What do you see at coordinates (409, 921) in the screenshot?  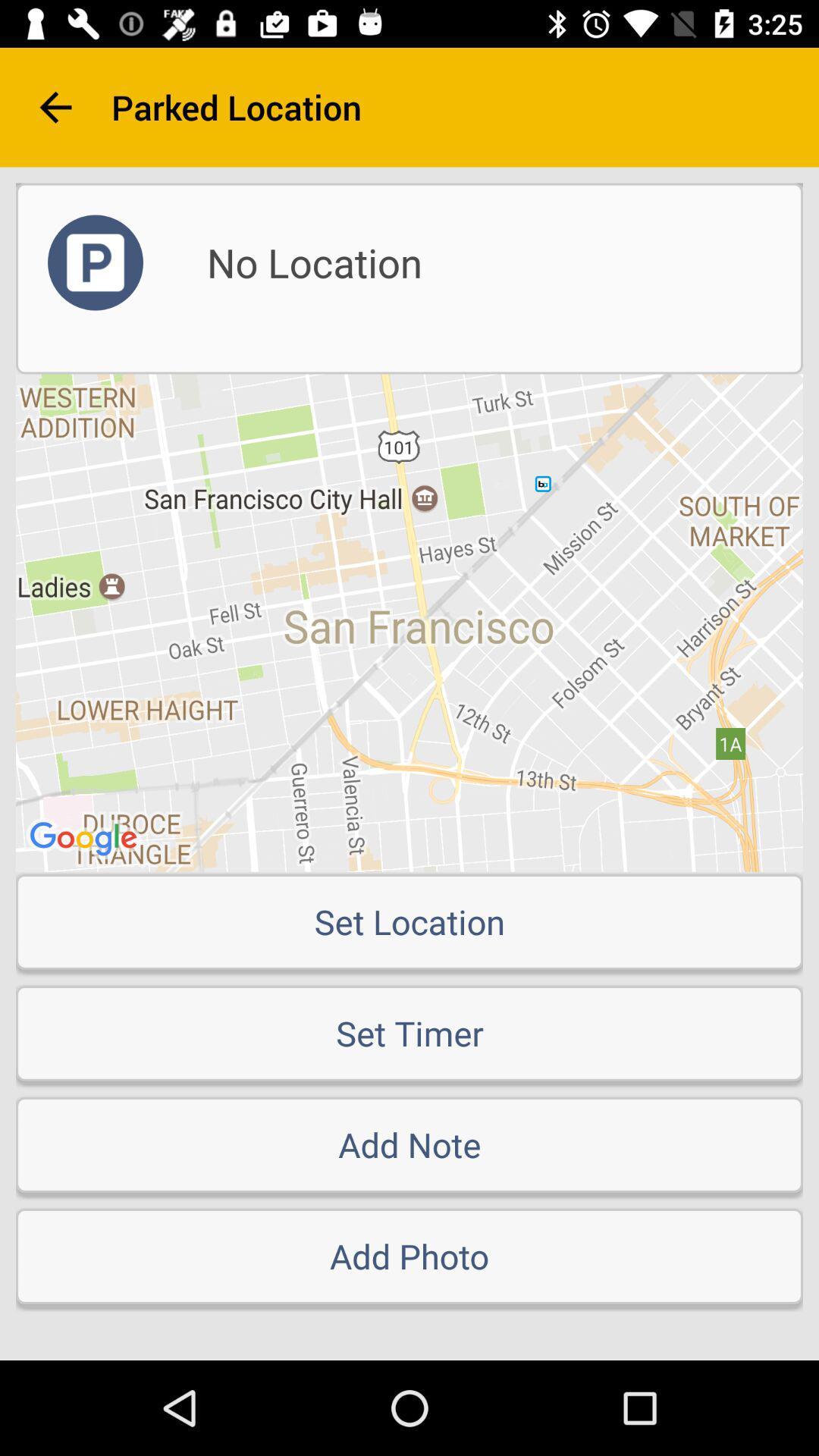 I see `set location icon` at bounding box center [409, 921].